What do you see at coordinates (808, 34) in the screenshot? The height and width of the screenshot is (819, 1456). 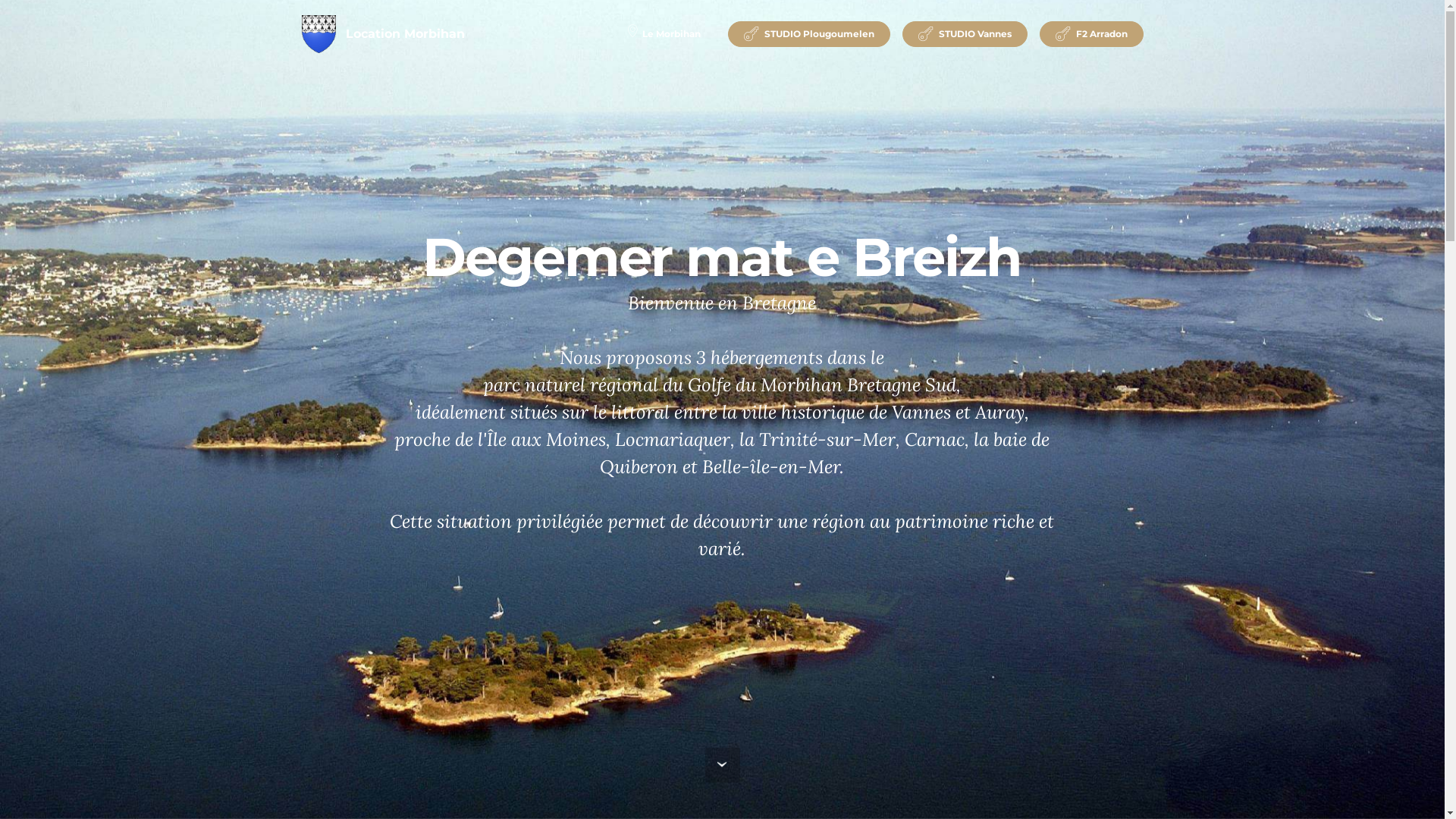 I see `'STUDIO Plougoumelen'` at bounding box center [808, 34].